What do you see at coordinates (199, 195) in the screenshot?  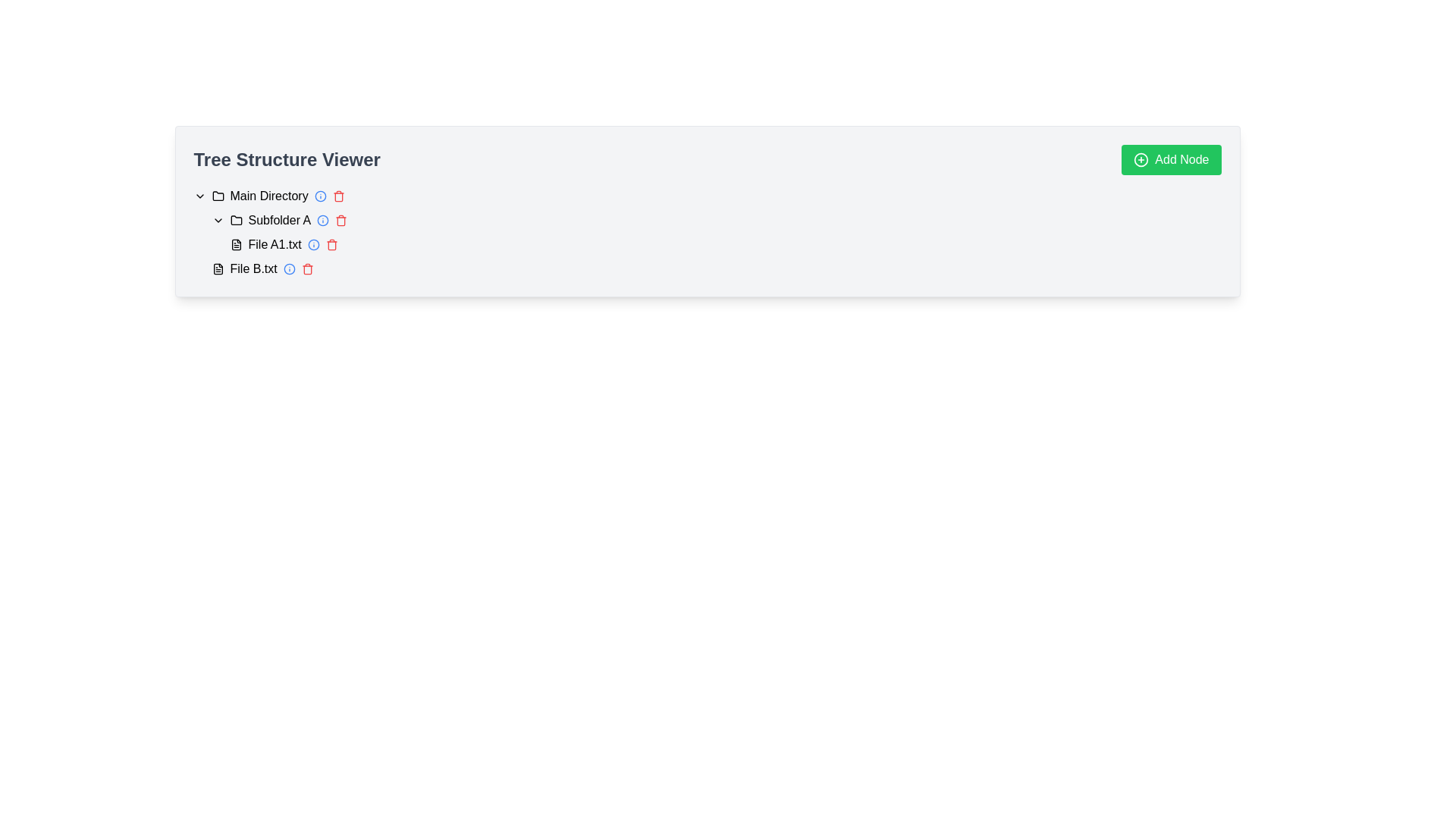 I see `the dropdown toggle icon located to the immediate left of the text 'Main Directory'` at bounding box center [199, 195].